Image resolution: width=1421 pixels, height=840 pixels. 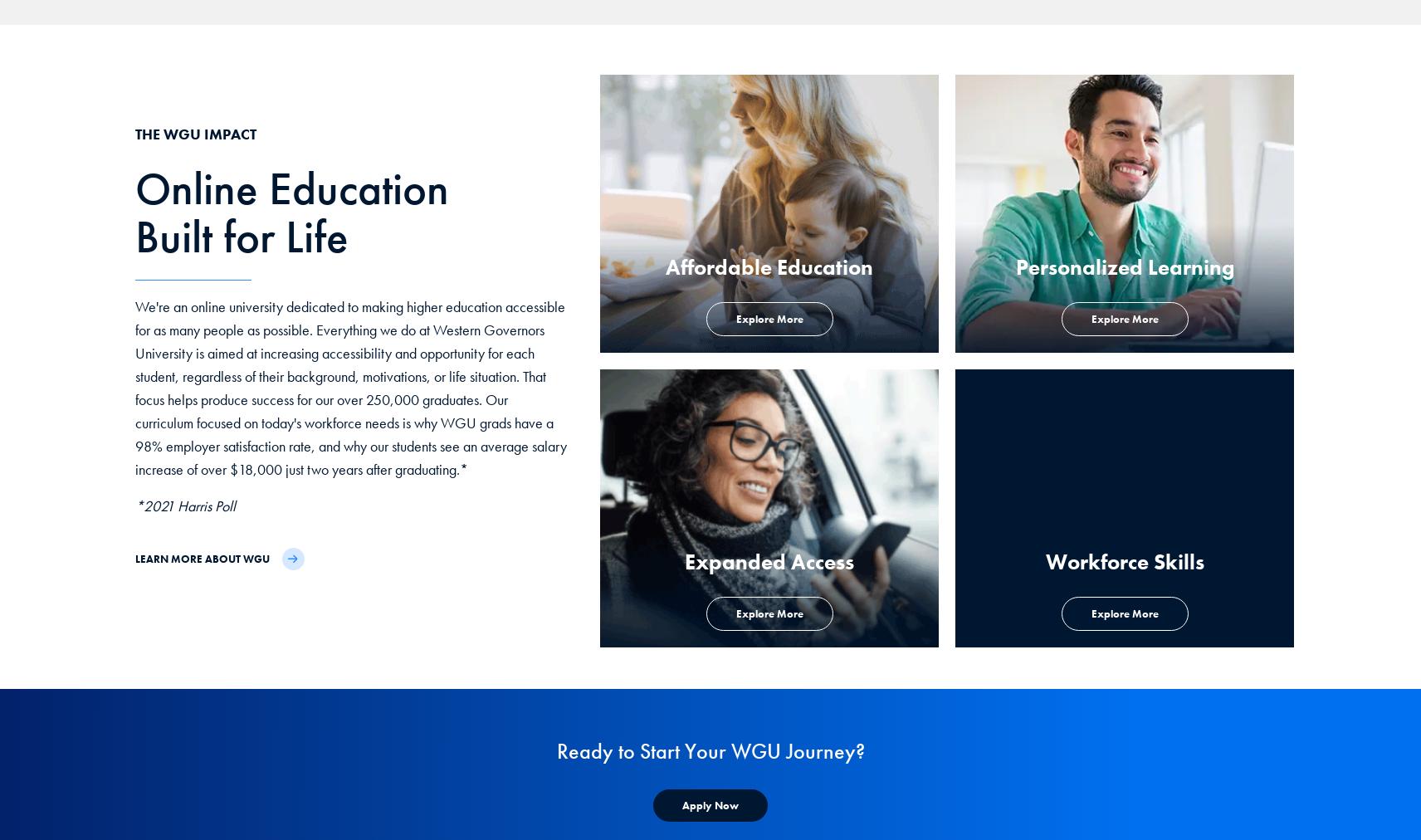 What do you see at coordinates (769, 562) in the screenshot?
I see `'Expanded Access'` at bounding box center [769, 562].